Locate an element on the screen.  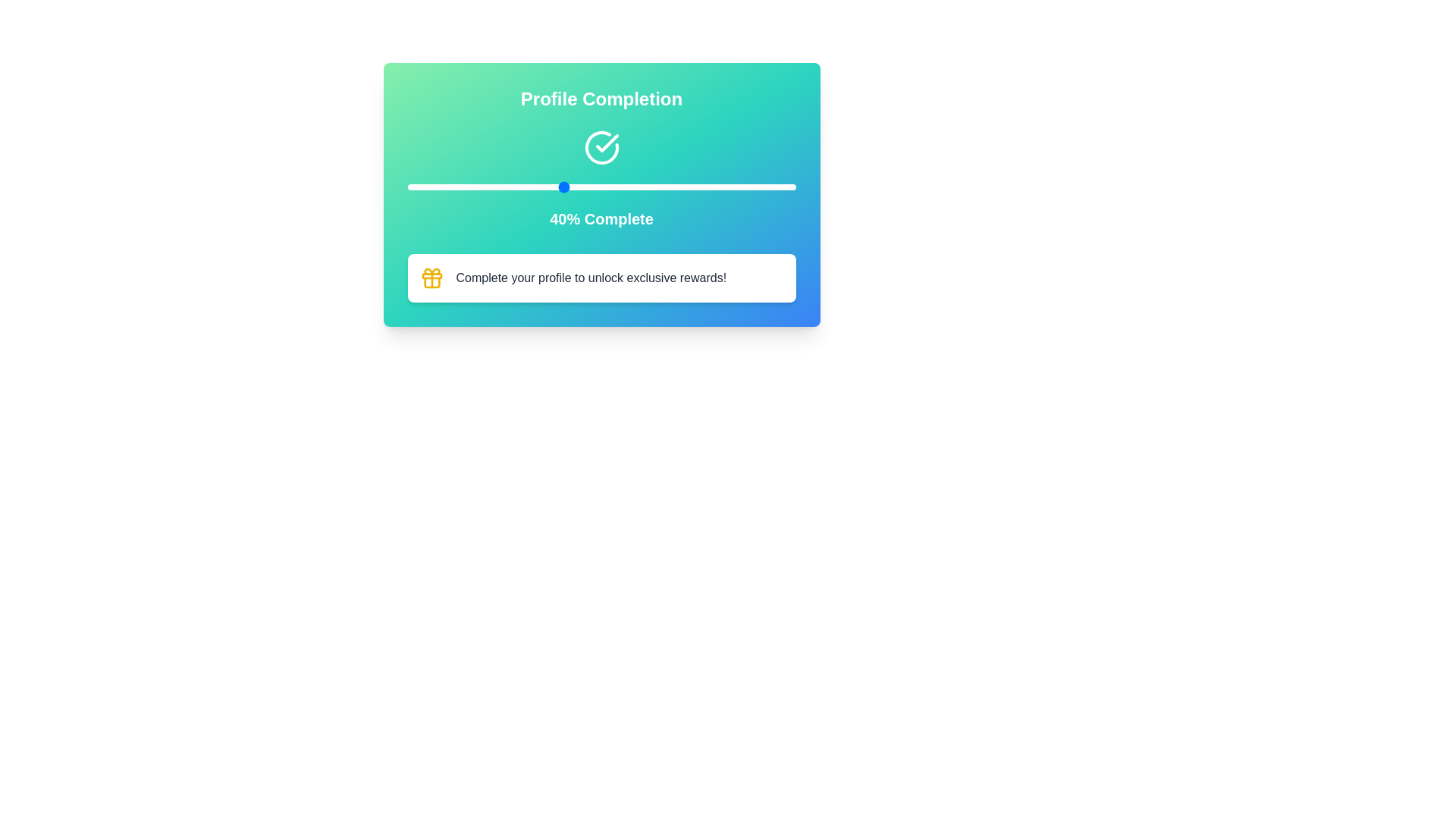
the slider to set the completion percentage to 4 is located at coordinates (422, 186).